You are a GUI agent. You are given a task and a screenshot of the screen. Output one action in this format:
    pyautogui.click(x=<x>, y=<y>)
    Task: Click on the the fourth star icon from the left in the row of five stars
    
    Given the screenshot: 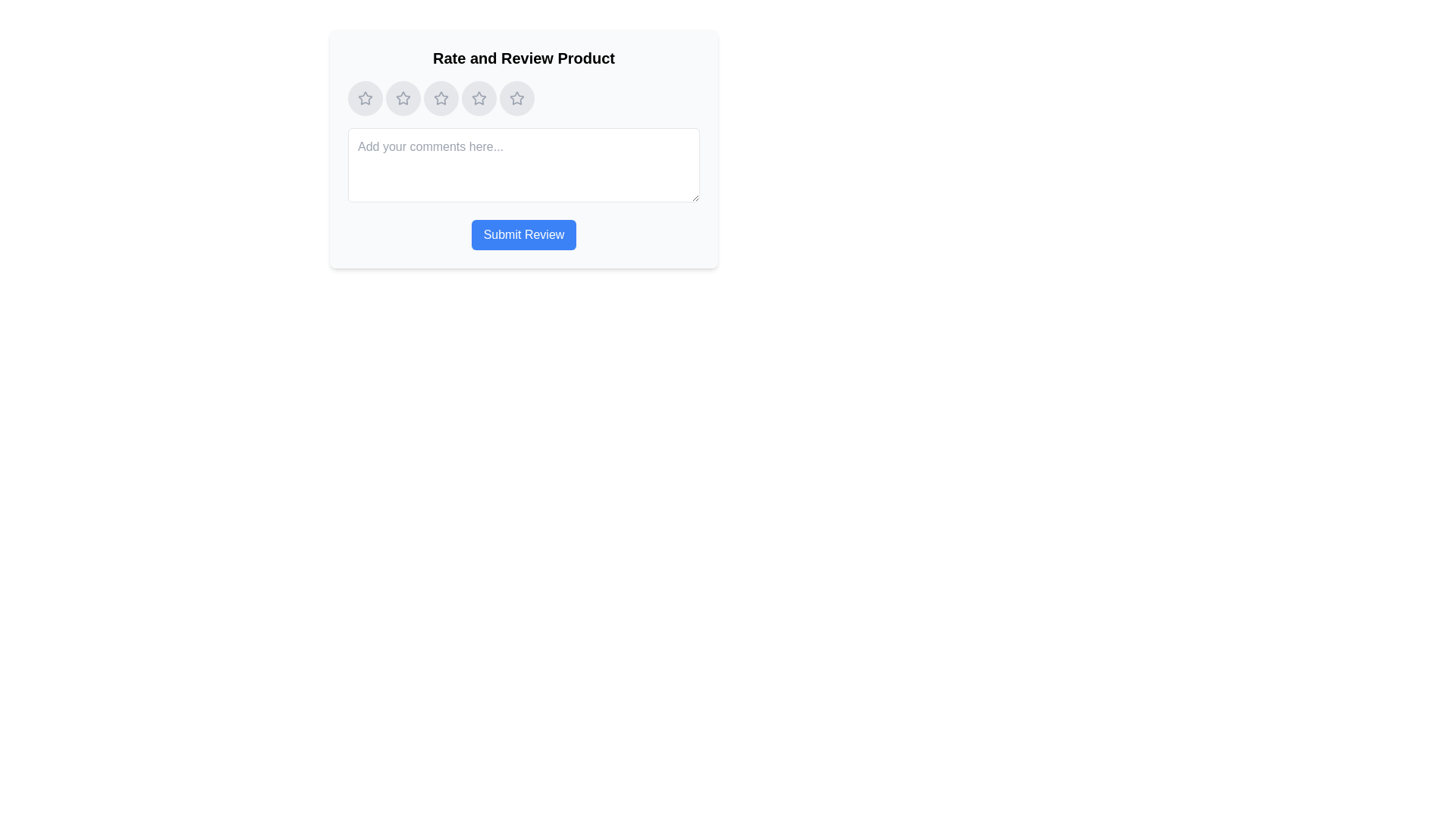 What is the action you would take?
    pyautogui.click(x=479, y=99)
    